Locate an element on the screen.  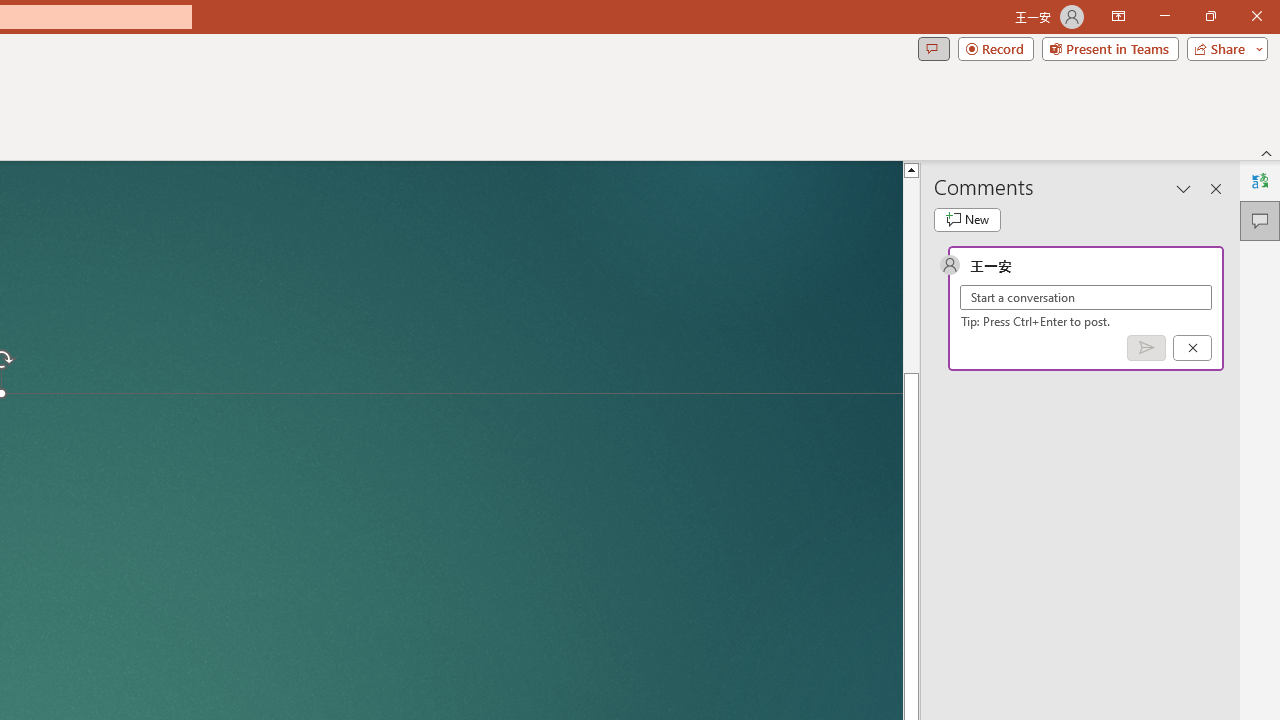
'New comment' is located at coordinates (967, 219).